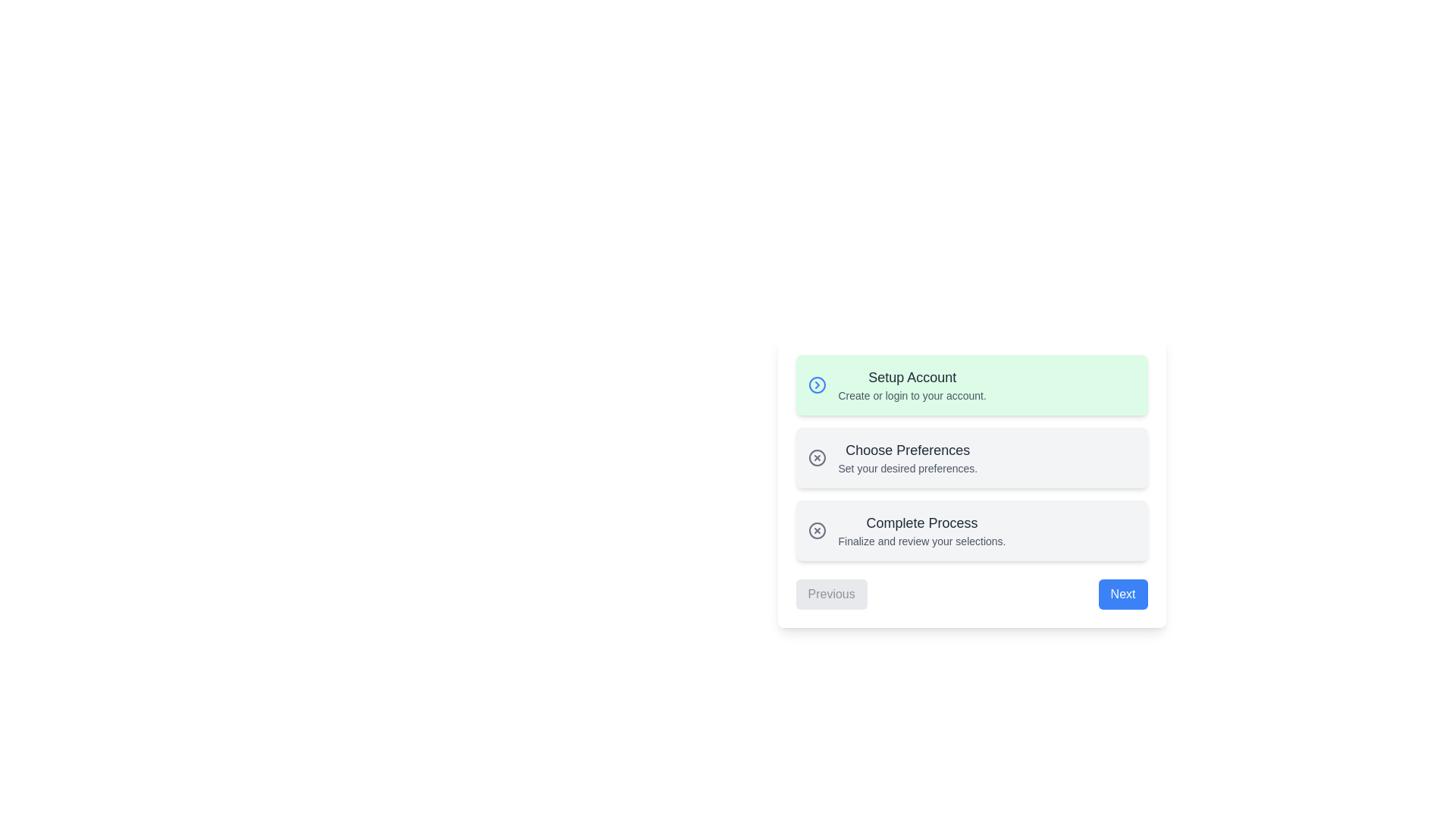  Describe the element at coordinates (816, 529) in the screenshot. I see `the step indicator circle in the third step of the vertical list labeled 'Complete Process', which represents the 'Finalize and review your selections' section` at that location.